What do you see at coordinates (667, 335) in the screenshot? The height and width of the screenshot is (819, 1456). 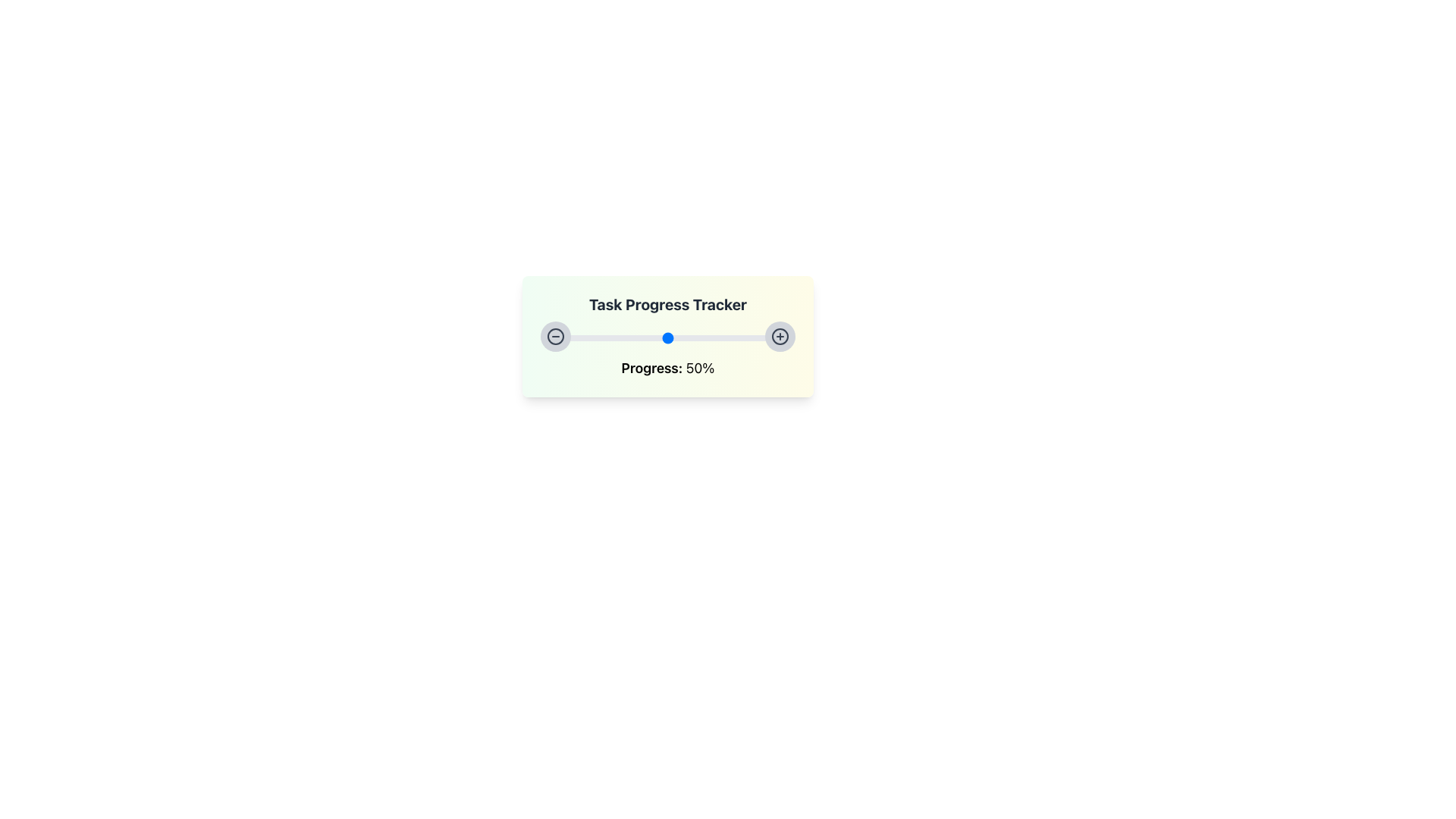 I see `the Progress Tracker widget, which features a gradient background and displays 'Task Progress Tracker' and 'Progress: 50%'` at bounding box center [667, 335].